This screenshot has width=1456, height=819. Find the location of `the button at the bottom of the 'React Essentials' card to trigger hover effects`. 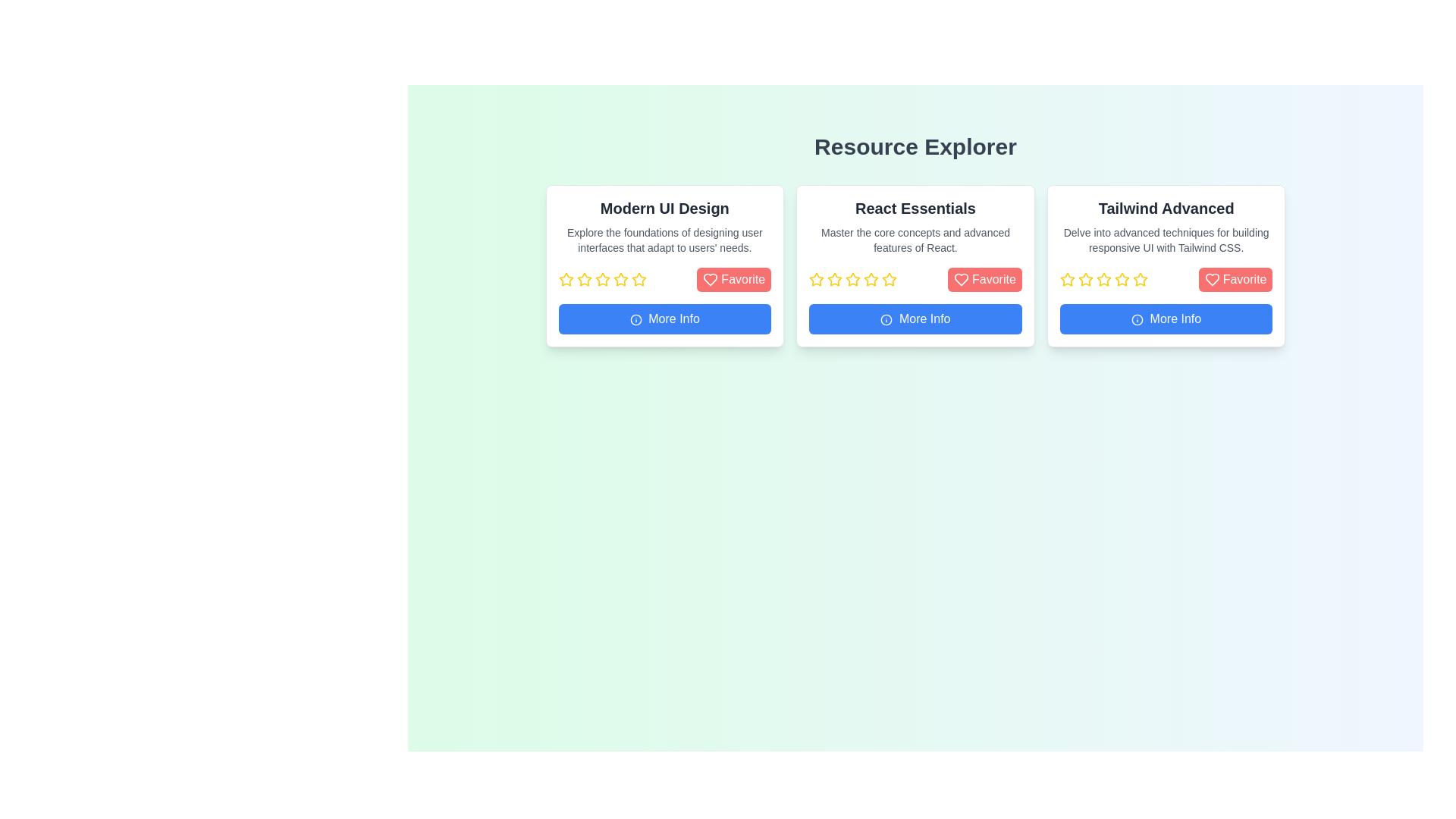

the button at the bottom of the 'React Essentials' card to trigger hover effects is located at coordinates (915, 318).